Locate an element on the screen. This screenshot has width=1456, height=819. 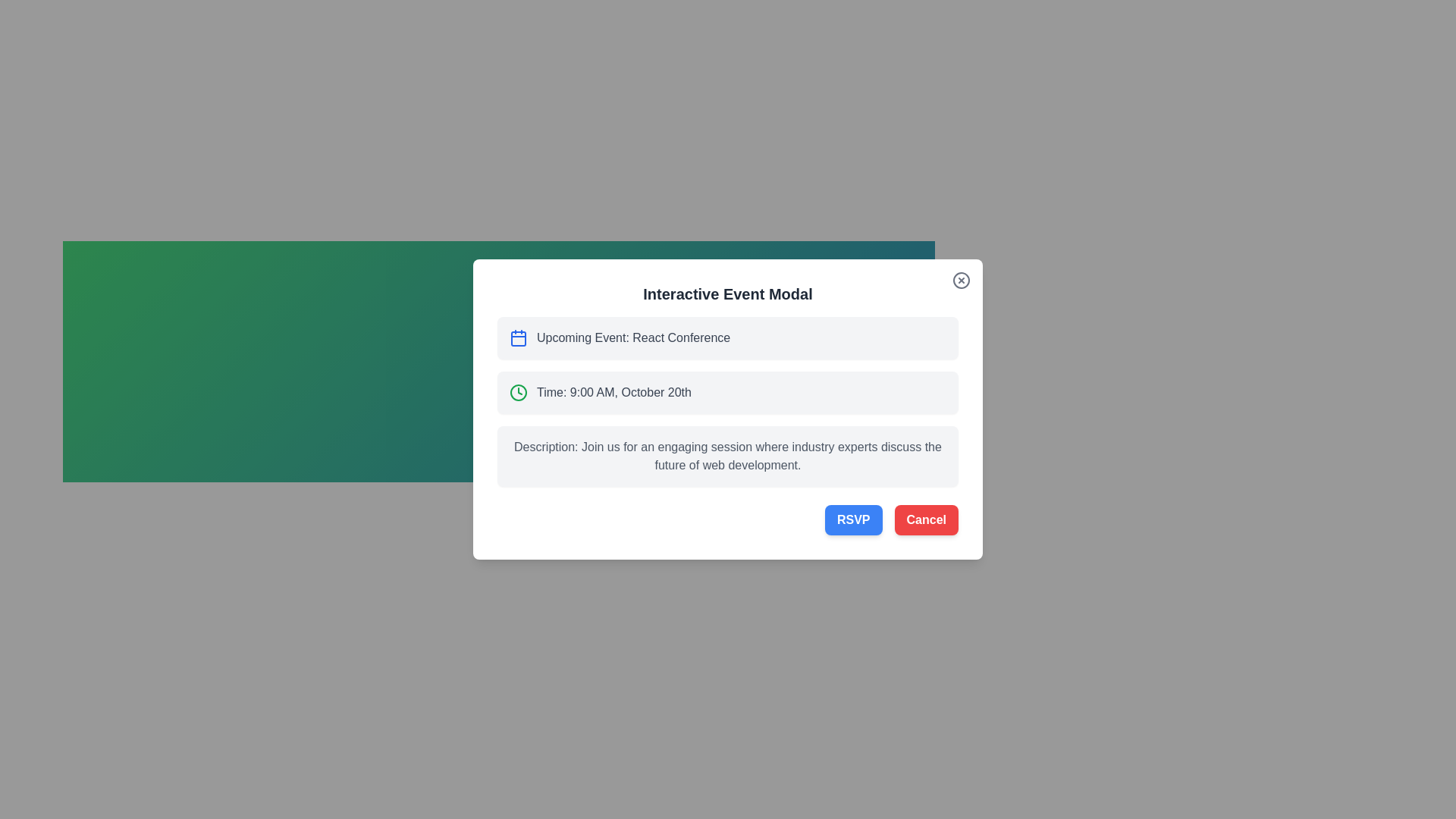
the close button located at the top-right corner of the 'Interactive Event Modal' to change its appearance is located at coordinates (960, 281).